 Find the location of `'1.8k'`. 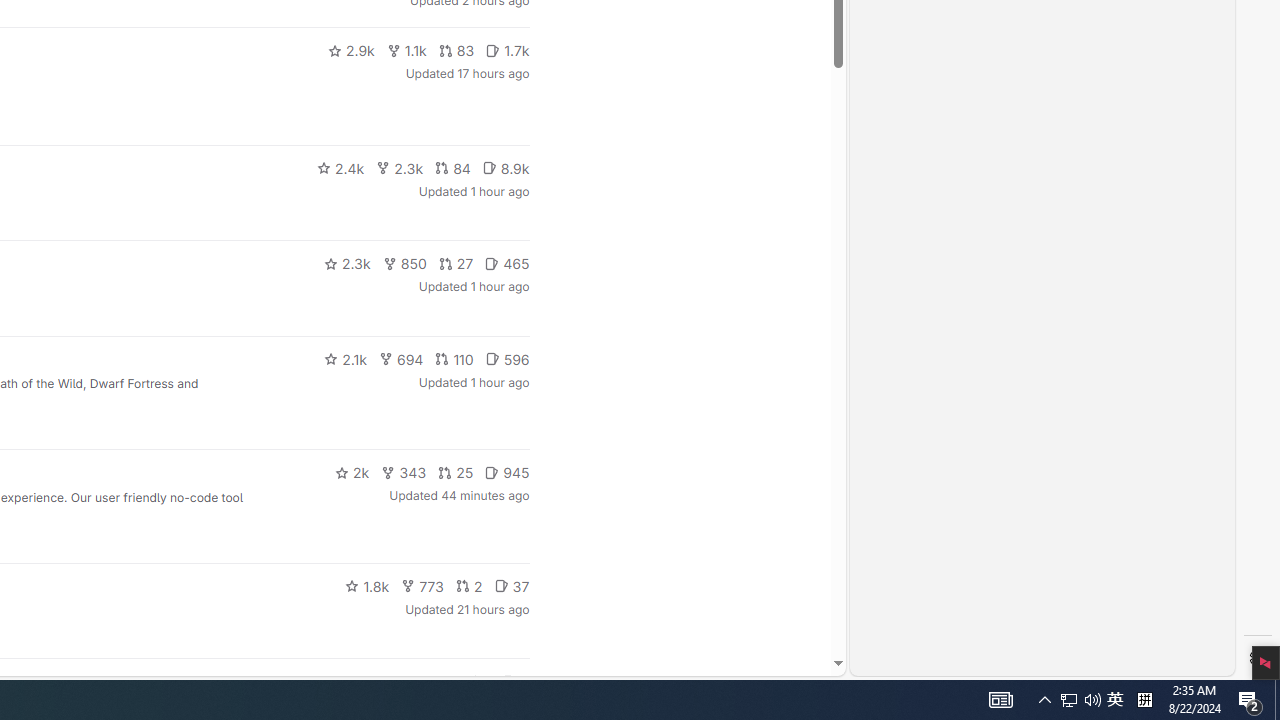

'1.8k' is located at coordinates (368, 585).